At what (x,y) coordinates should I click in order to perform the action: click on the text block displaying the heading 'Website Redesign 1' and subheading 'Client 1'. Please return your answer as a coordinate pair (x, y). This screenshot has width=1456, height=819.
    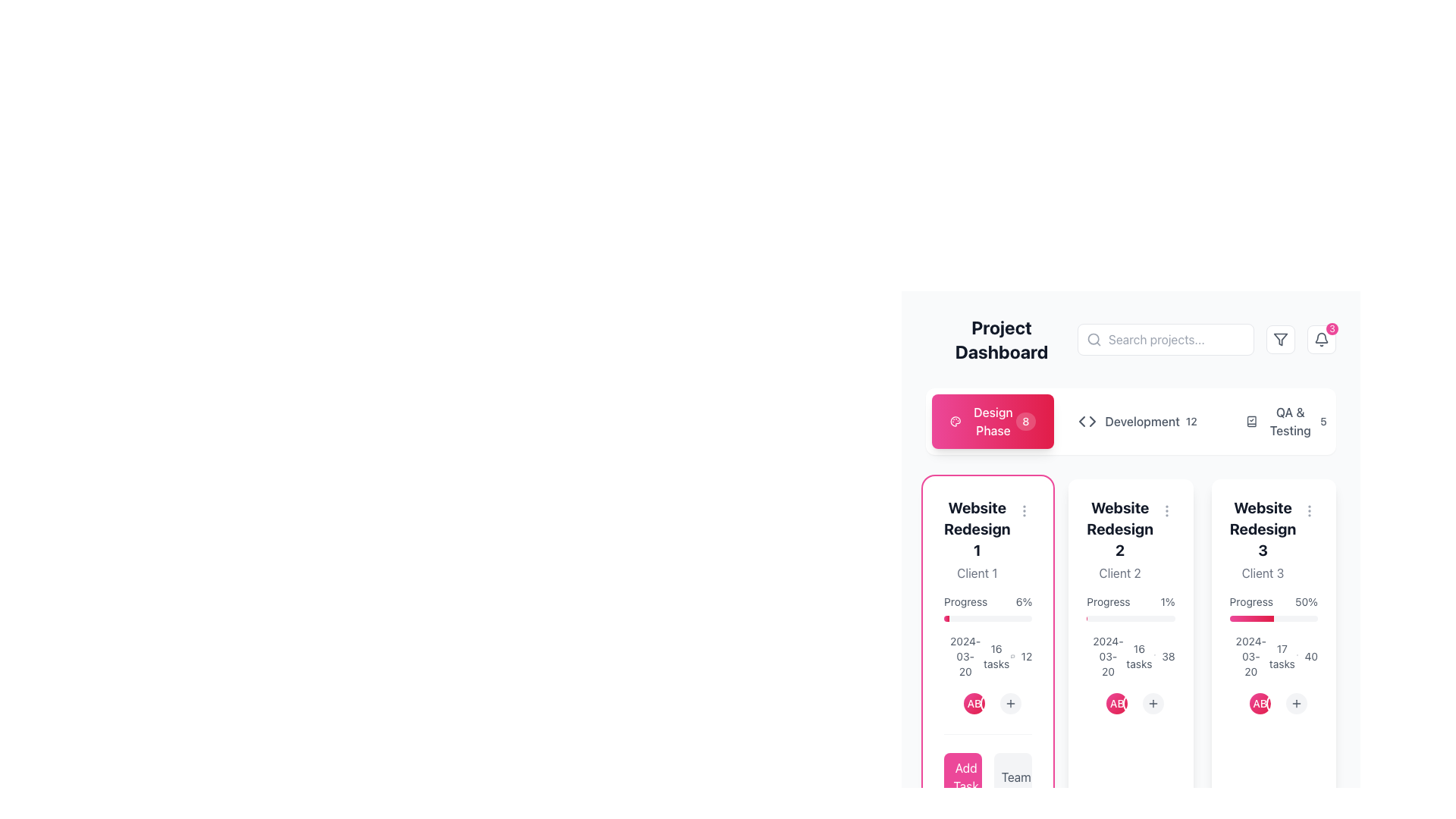
    Looking at the image, I should click on (988, 539).